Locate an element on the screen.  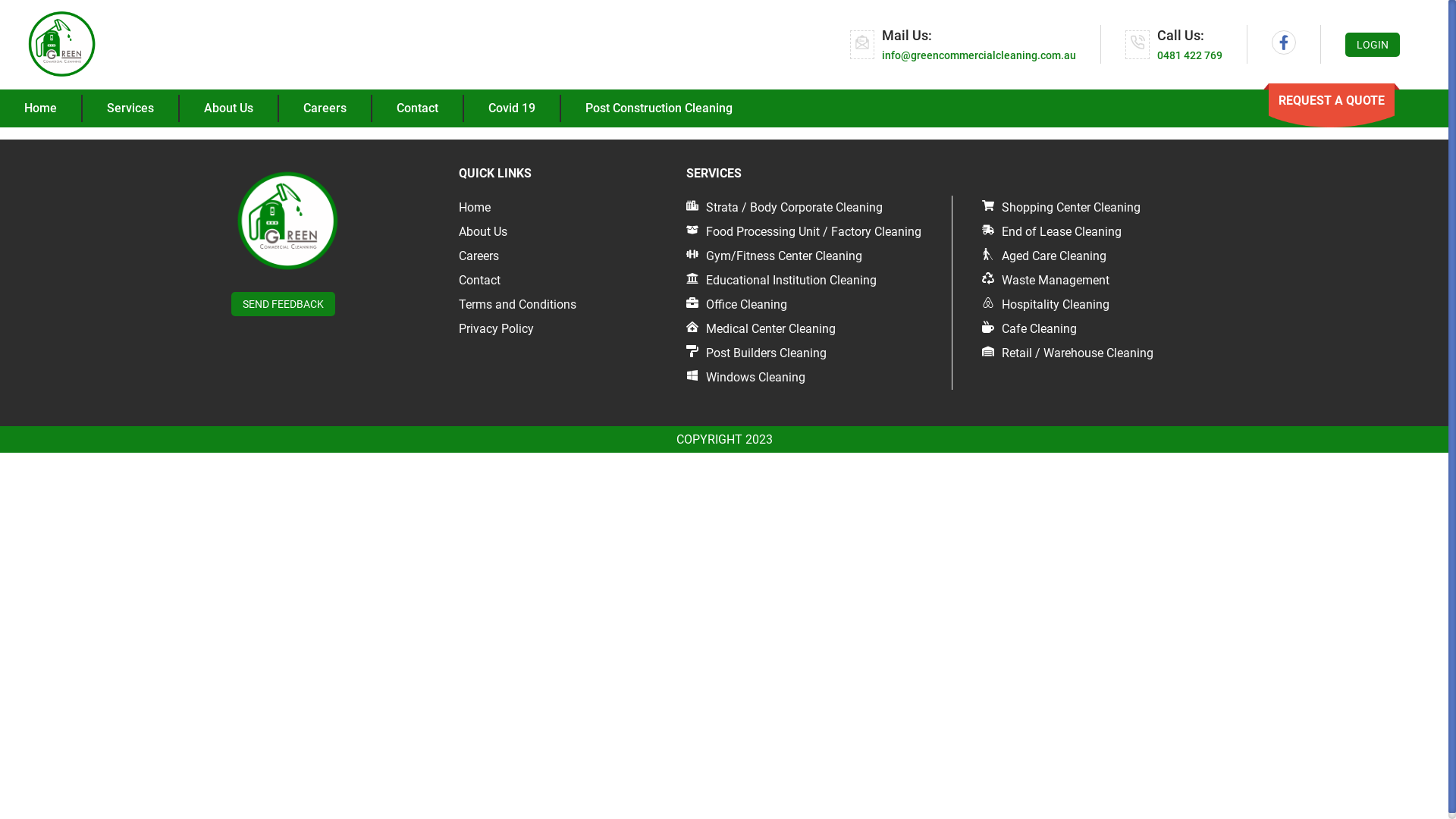
'Food Processing Unit / Factory Cleaning' is located at coordinates (803, 231).